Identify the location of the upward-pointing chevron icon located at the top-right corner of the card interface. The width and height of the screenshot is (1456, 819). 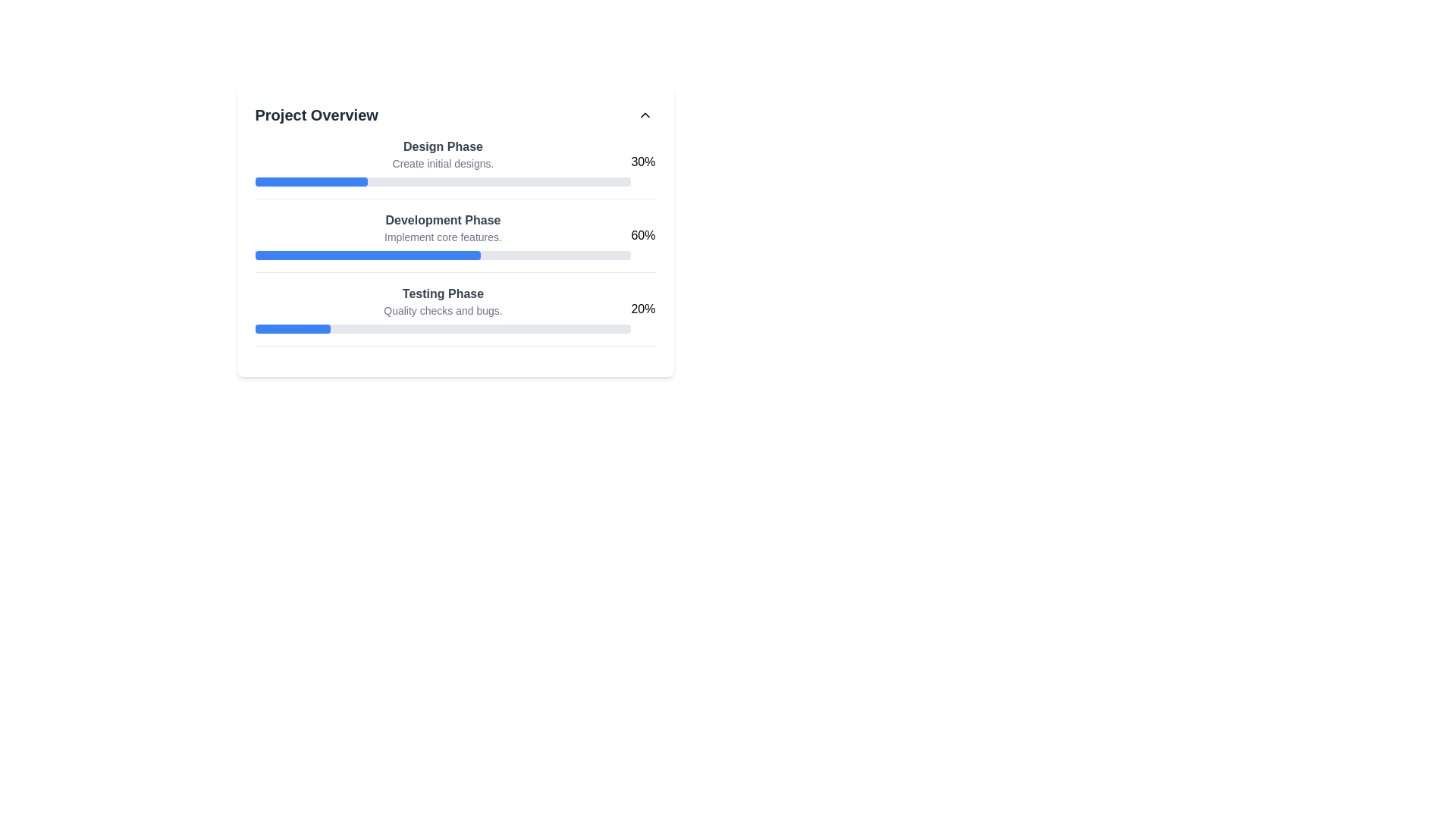
(645, 114).